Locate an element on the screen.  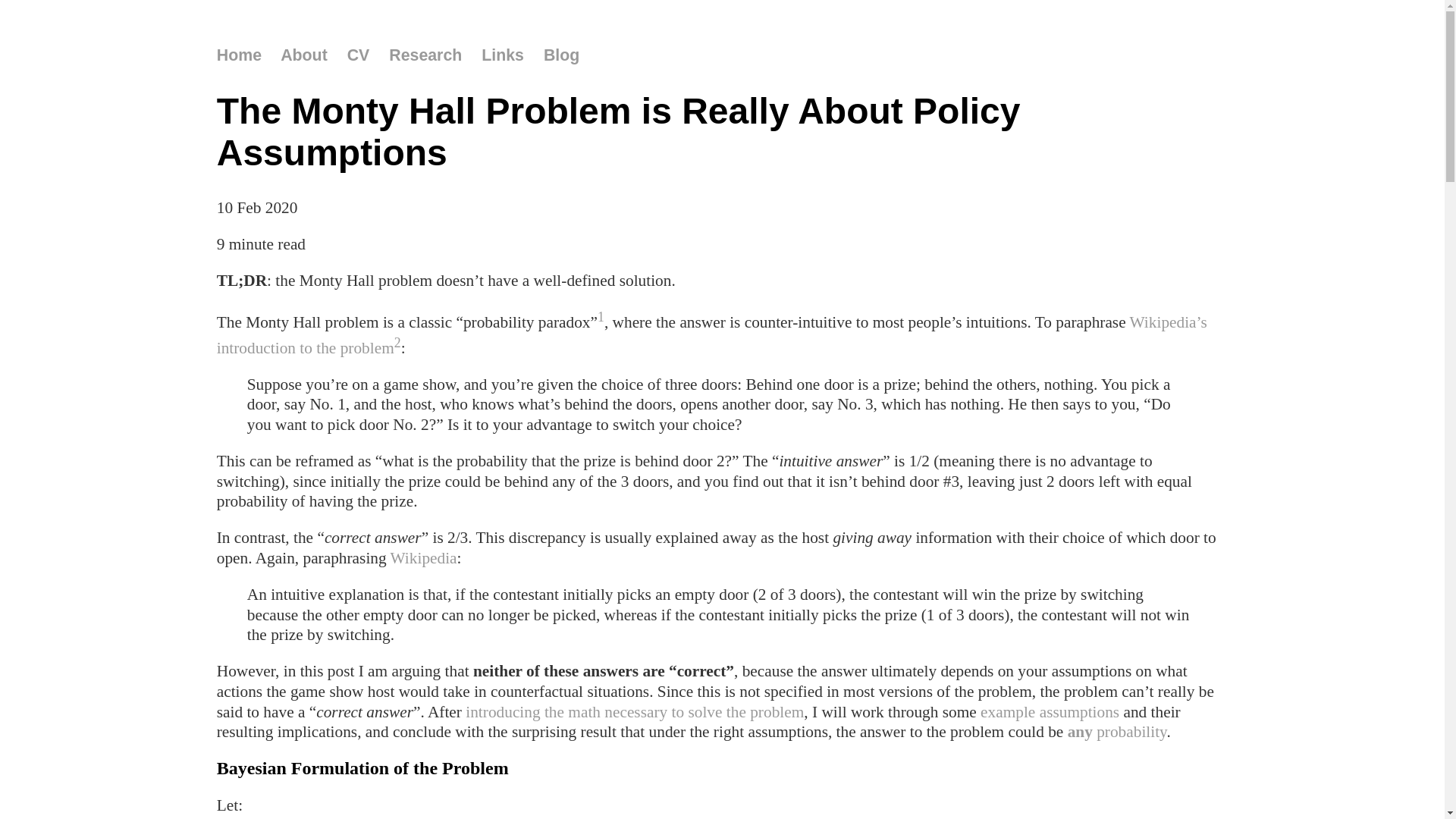
'Links' is located at coordinates (502, 55).